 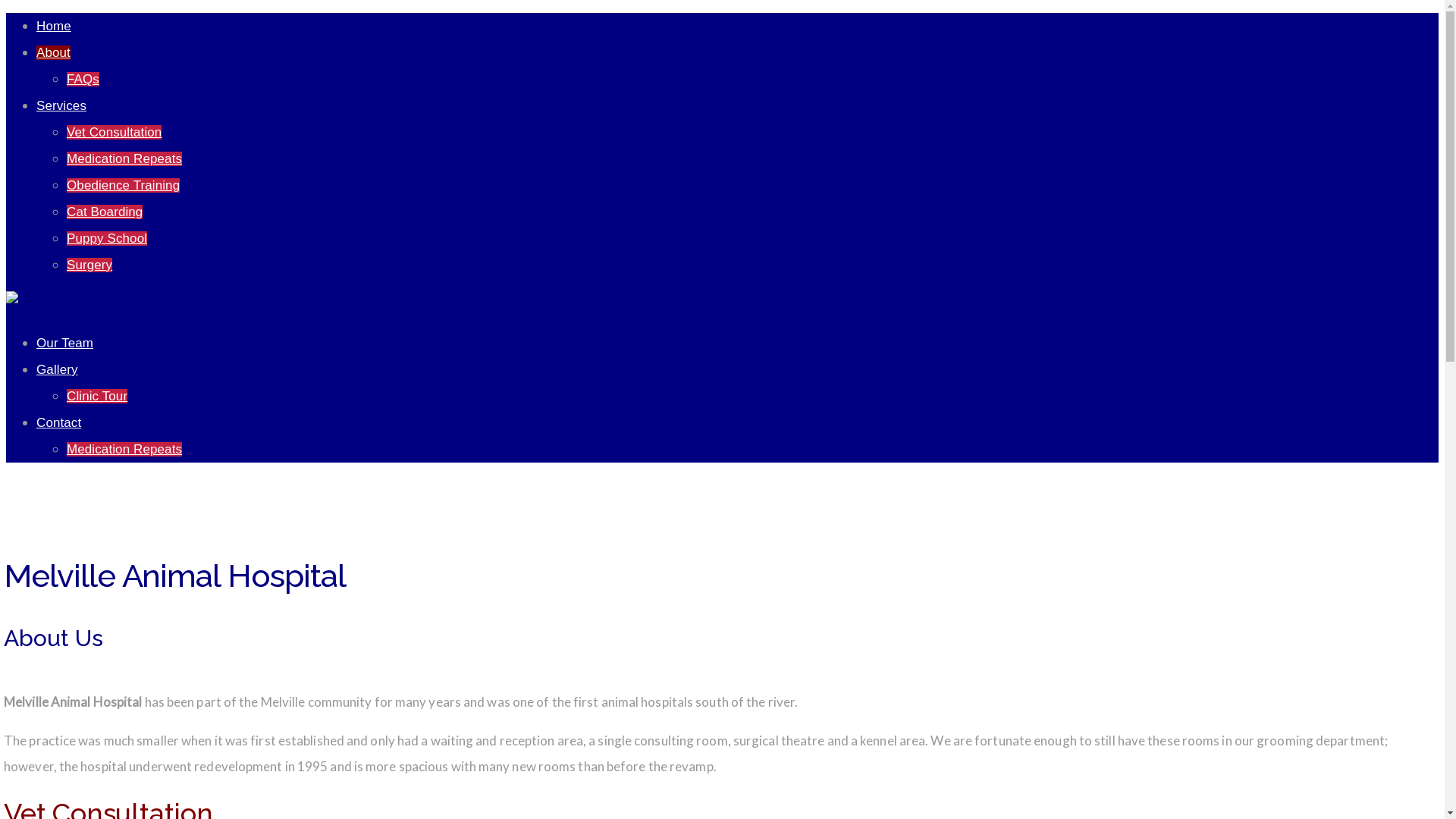 I want to click on 'Medication Repeats', so click(x=65, y=448).